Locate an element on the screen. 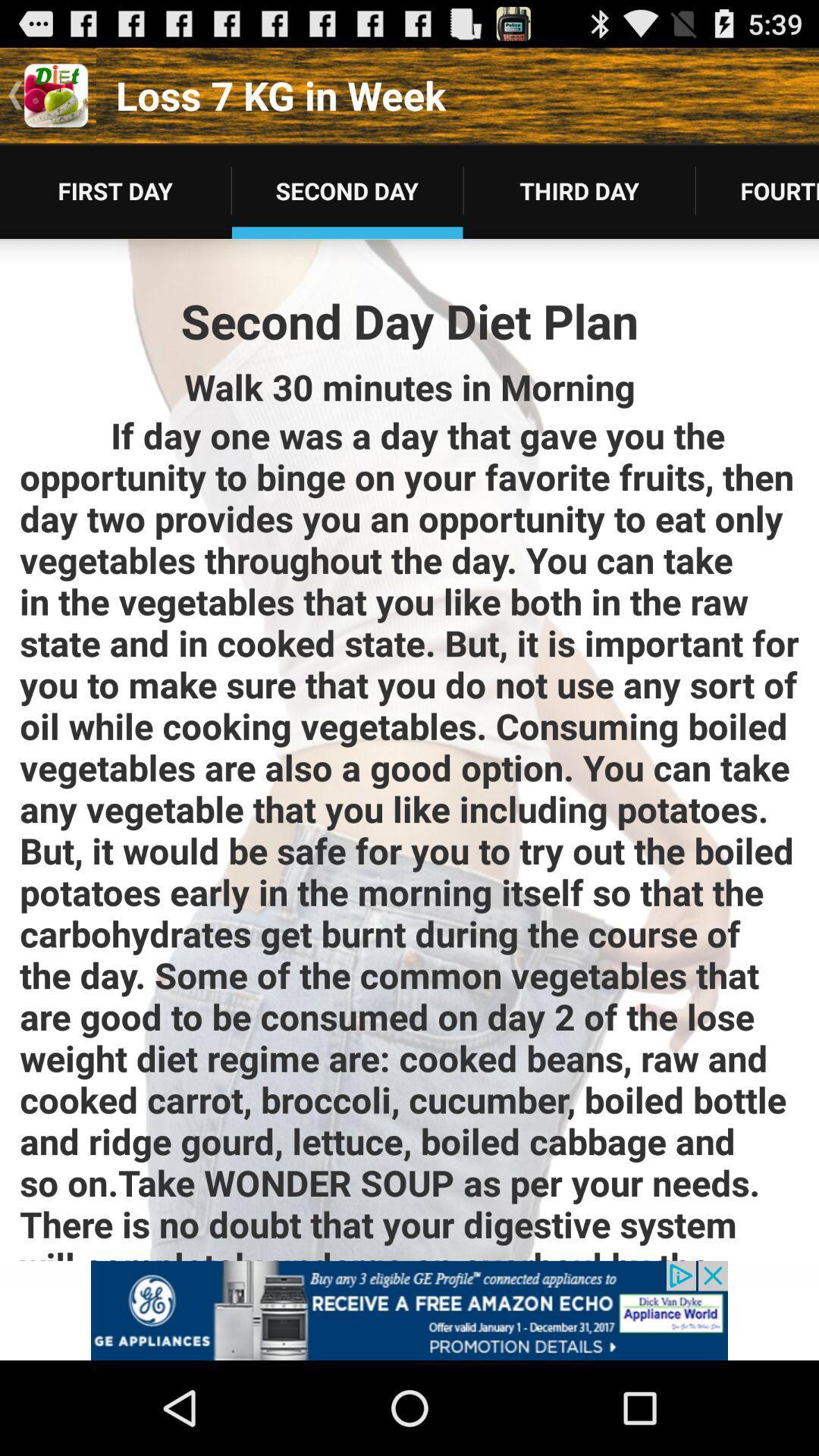 The width and height of the screenshot is (819, 1456). interact with advertisement is located at coordinates (409, 1310).